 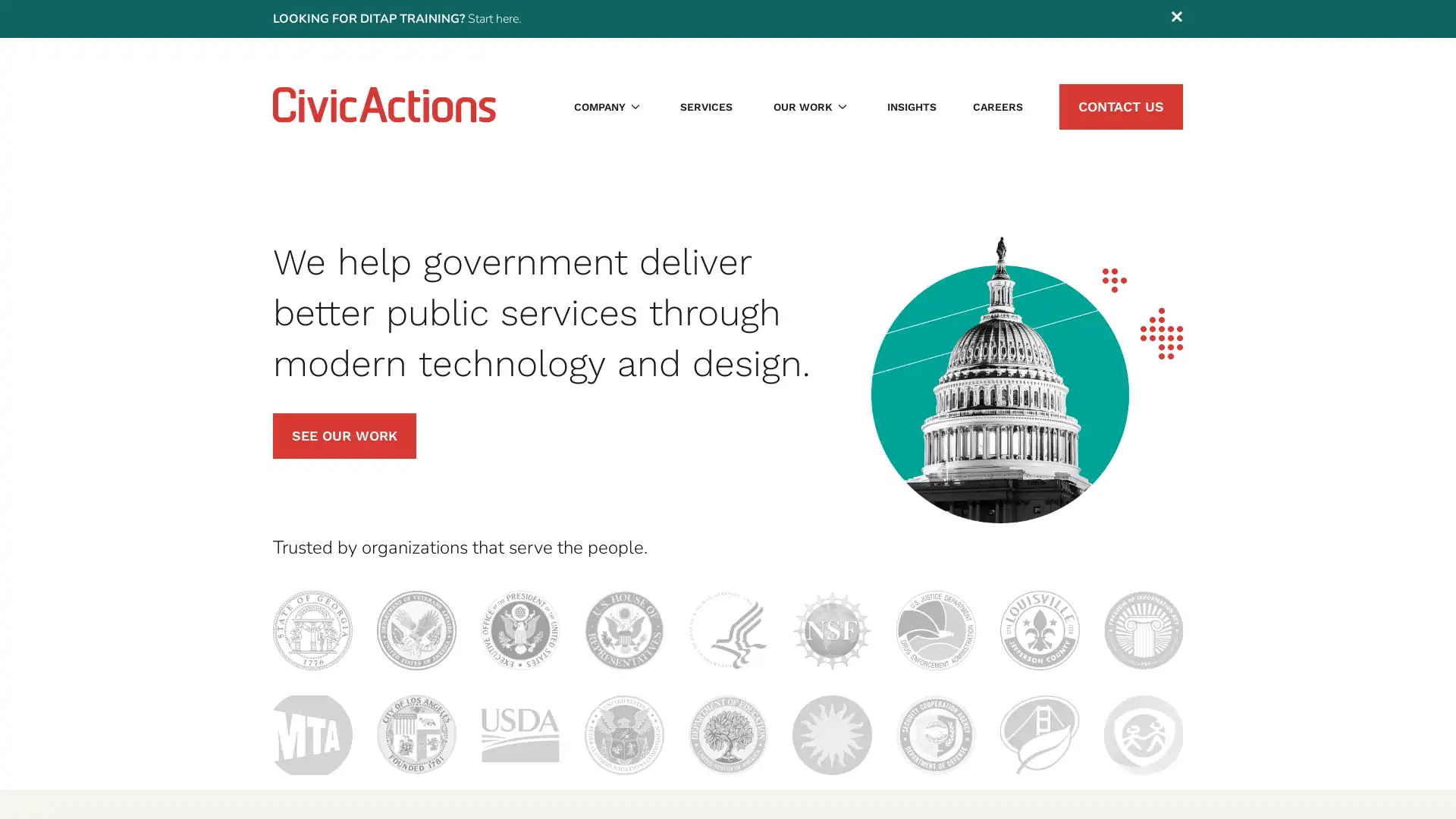 What do you see at coordinates (607, 106) in the screenshot?
I see `COMPANY` at bounding box center [607, 106].